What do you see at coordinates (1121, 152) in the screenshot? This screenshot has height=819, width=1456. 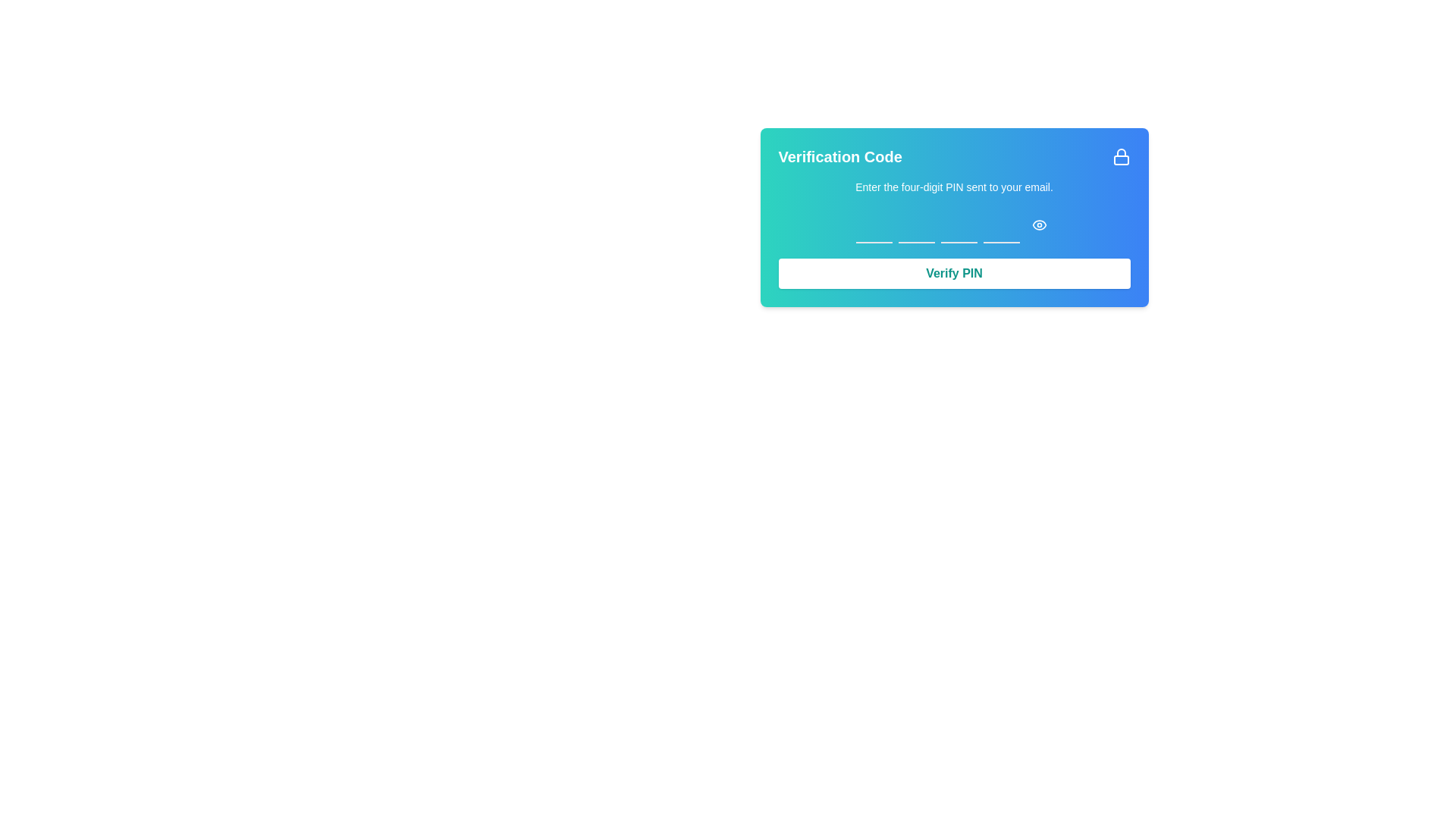 I see `the curved line segment of the padlock icon within the SVG element` at bounding box center [1121, 152].